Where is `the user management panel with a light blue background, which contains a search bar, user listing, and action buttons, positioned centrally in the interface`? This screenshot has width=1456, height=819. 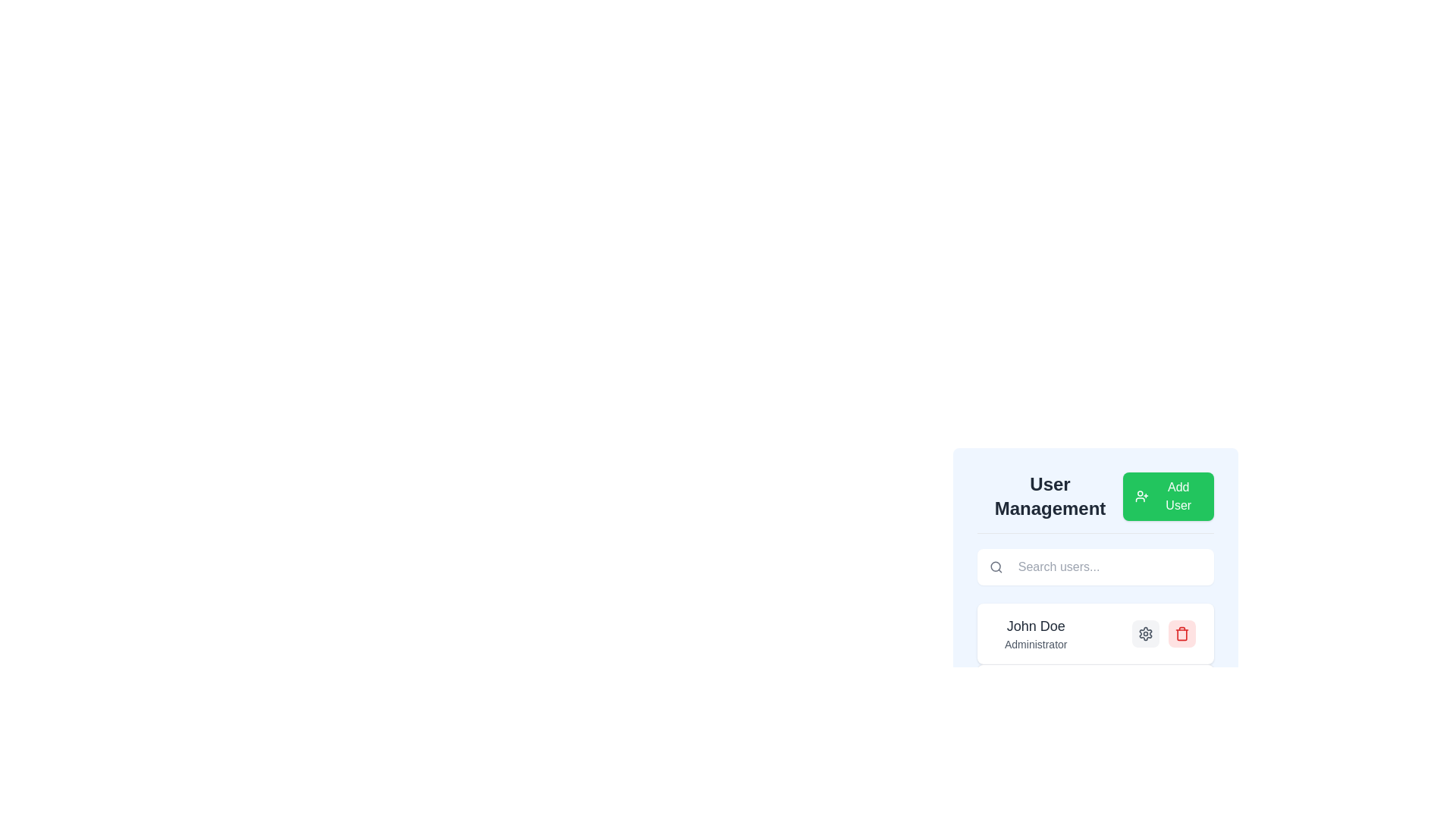
the user management panel with a light blue background, which contains a search bar, user listing, and action buttons, positioned centrally in the interface is located at coordinates (1095, 548).